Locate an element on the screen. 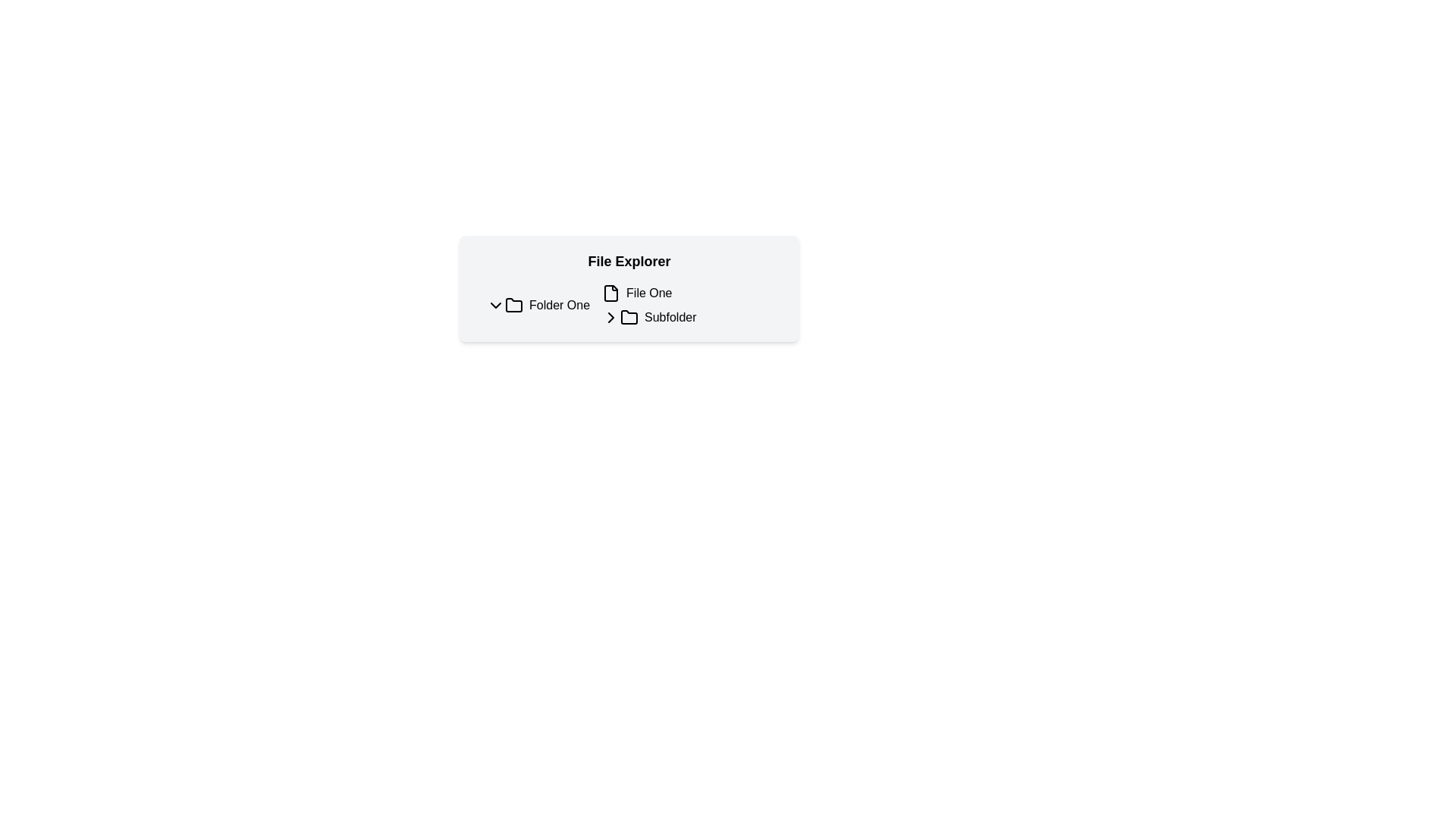 The image size is (1456, 819). on the list item representing the file named 'File One' located in the 'File Explorer' section is located at coordinates (643, 293).